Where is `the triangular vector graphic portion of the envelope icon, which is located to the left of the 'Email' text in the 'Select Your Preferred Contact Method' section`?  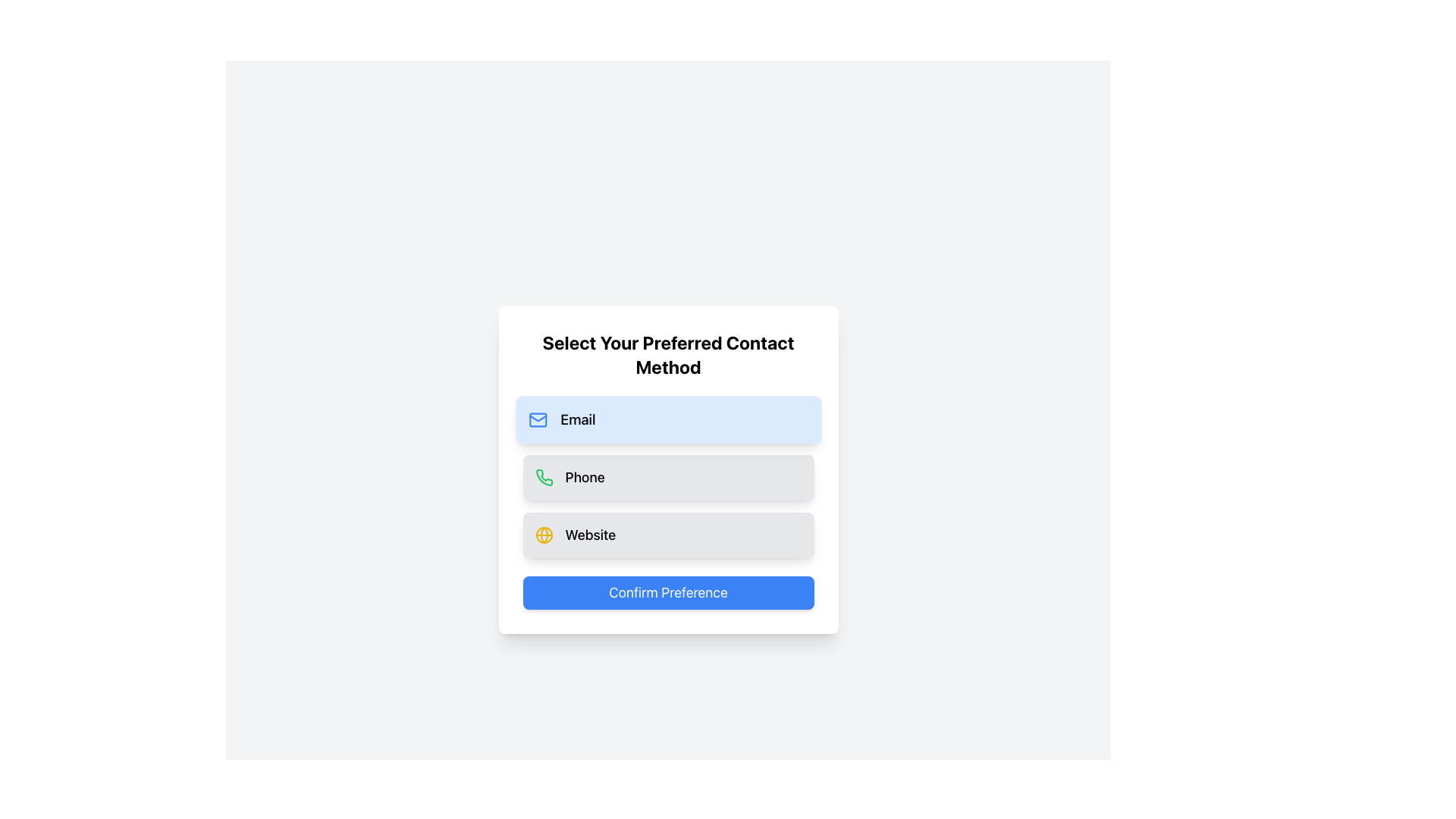
the triangular vector graphic portion of the envelope icon, which is located to the left of the 'Email' text in the 'Select Your Preferred Contact Method' section is located at coordinates (538, 418).